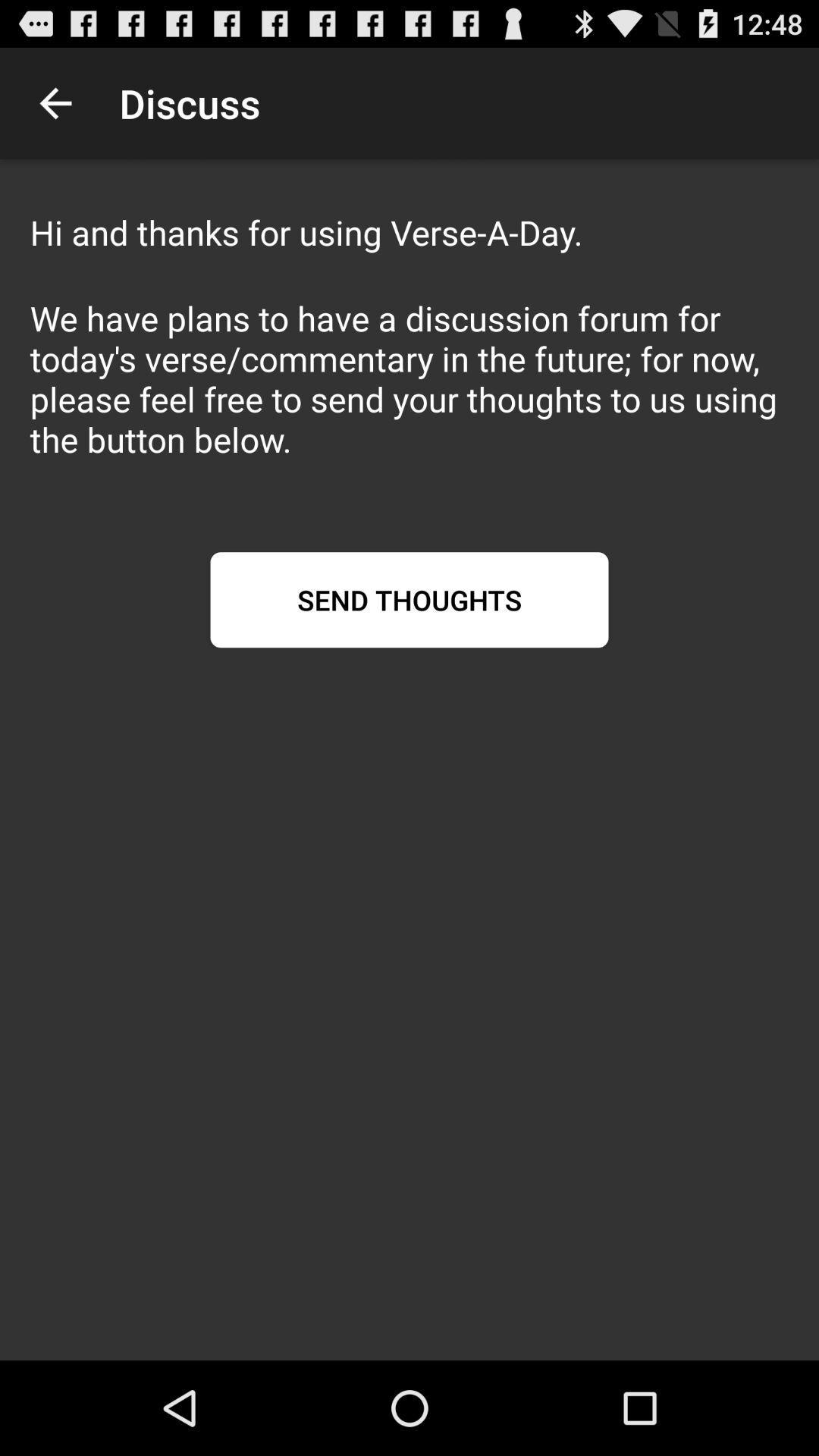  Describe the element at coordinates (55, 102) in the screenshot. I see `app next to discuss` at that location.